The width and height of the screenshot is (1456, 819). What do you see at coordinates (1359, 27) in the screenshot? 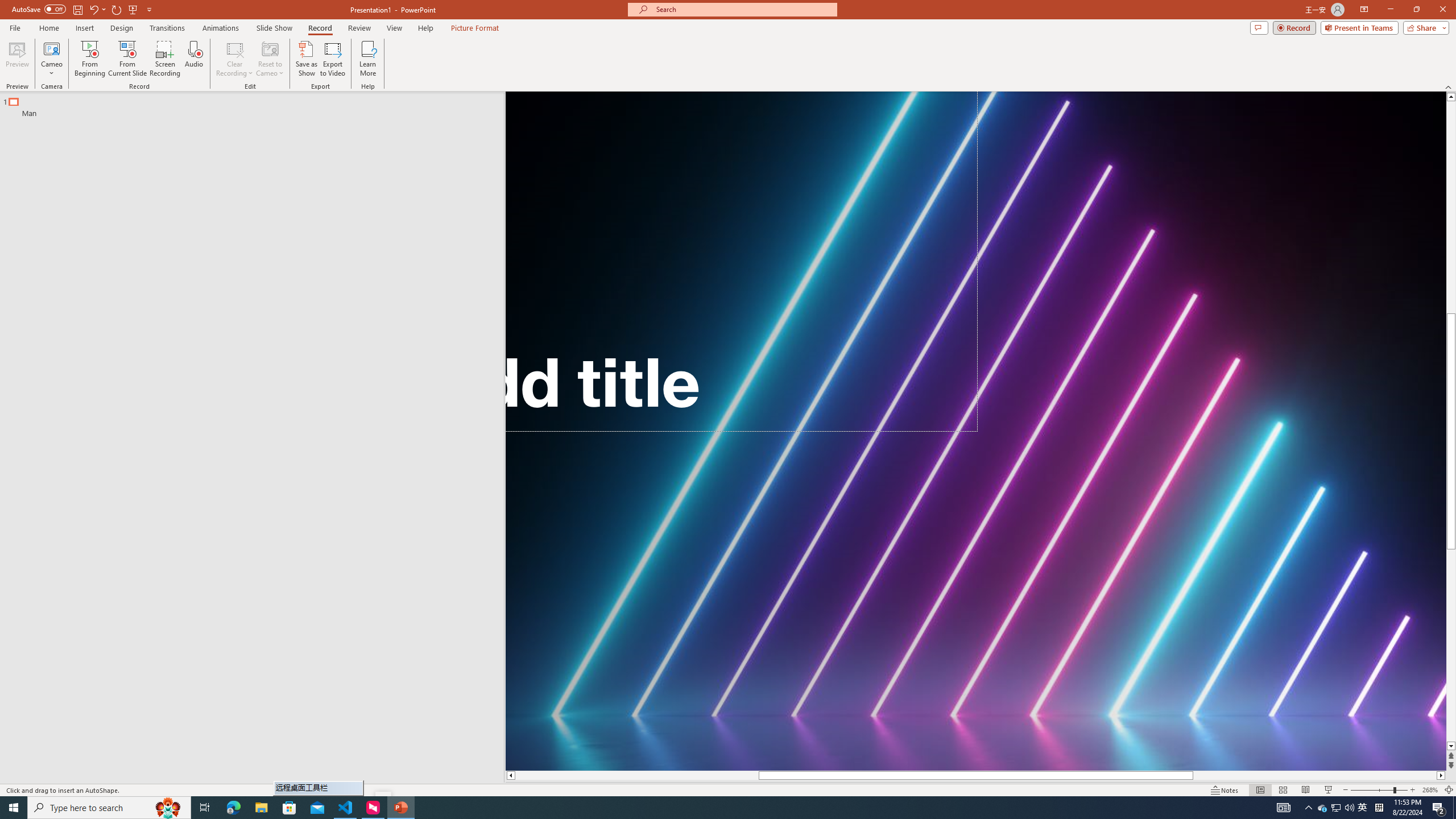
I see `'Present in Teams'` at bounding box center [1359, 27].